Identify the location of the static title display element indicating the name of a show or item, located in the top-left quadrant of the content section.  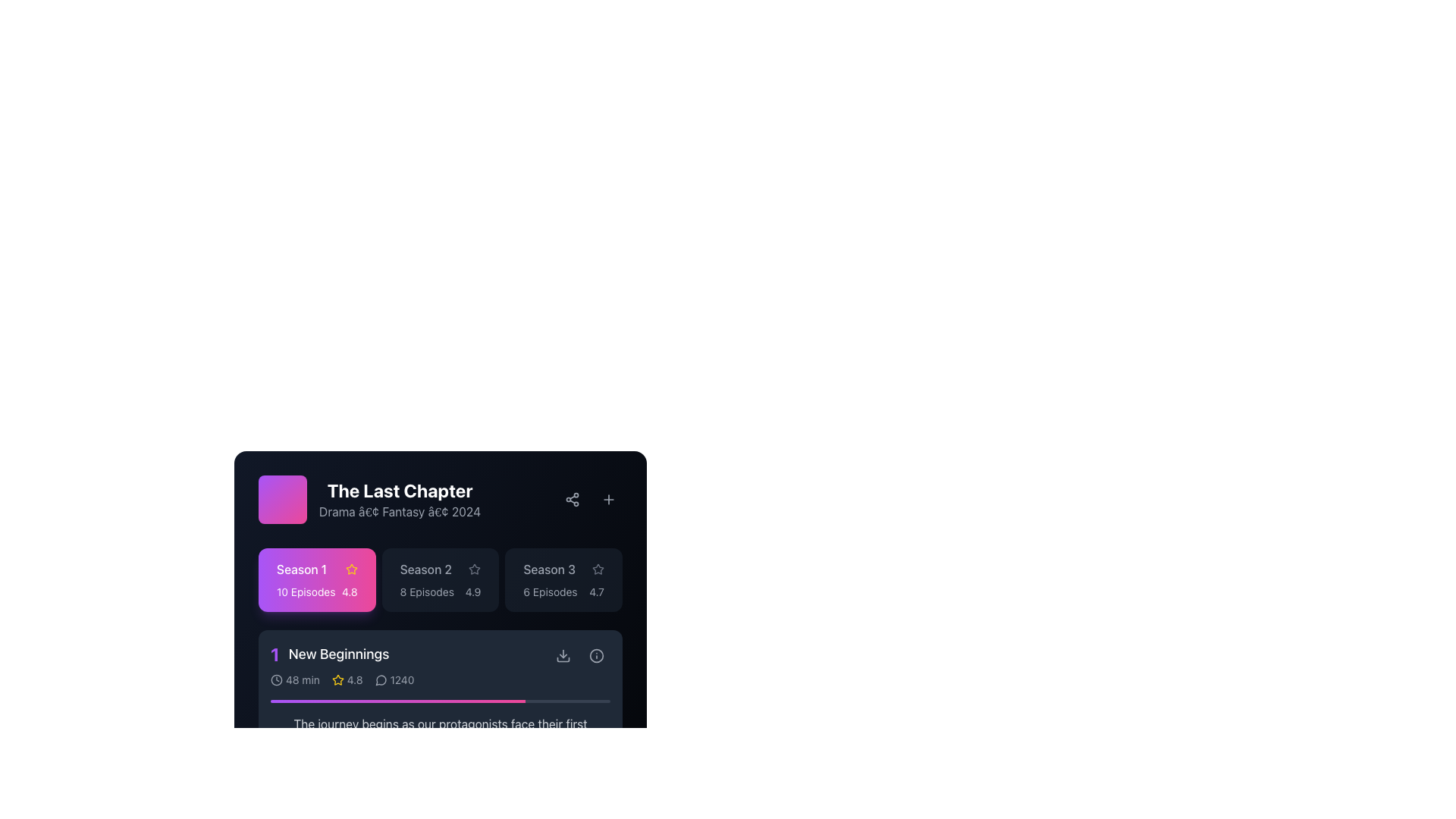
(400, 491).